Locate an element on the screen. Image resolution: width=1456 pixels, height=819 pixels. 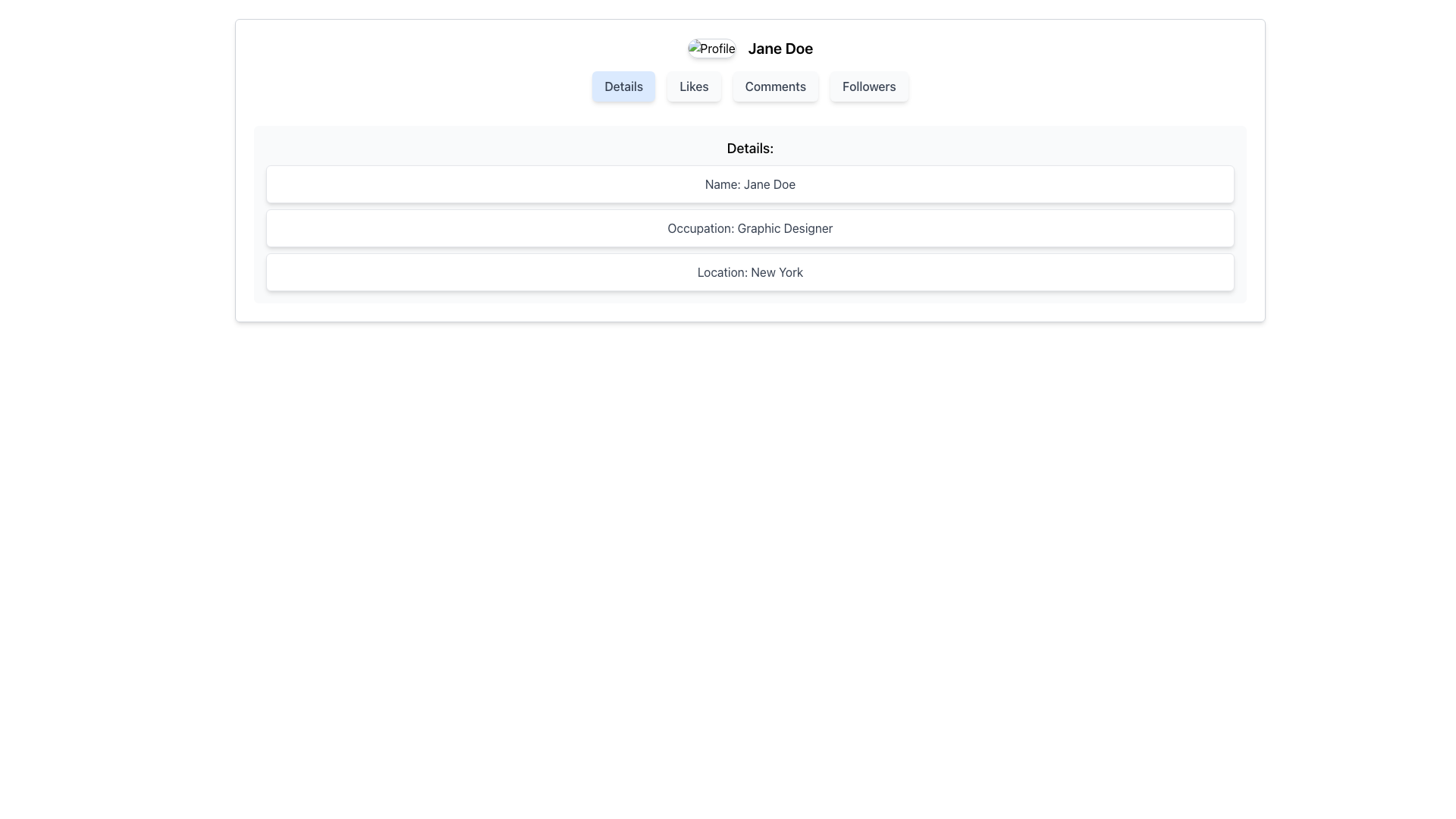
the 'Jane Doe' profile name text in the profile header to potentially display additional information is located at coordinates (750, 48).